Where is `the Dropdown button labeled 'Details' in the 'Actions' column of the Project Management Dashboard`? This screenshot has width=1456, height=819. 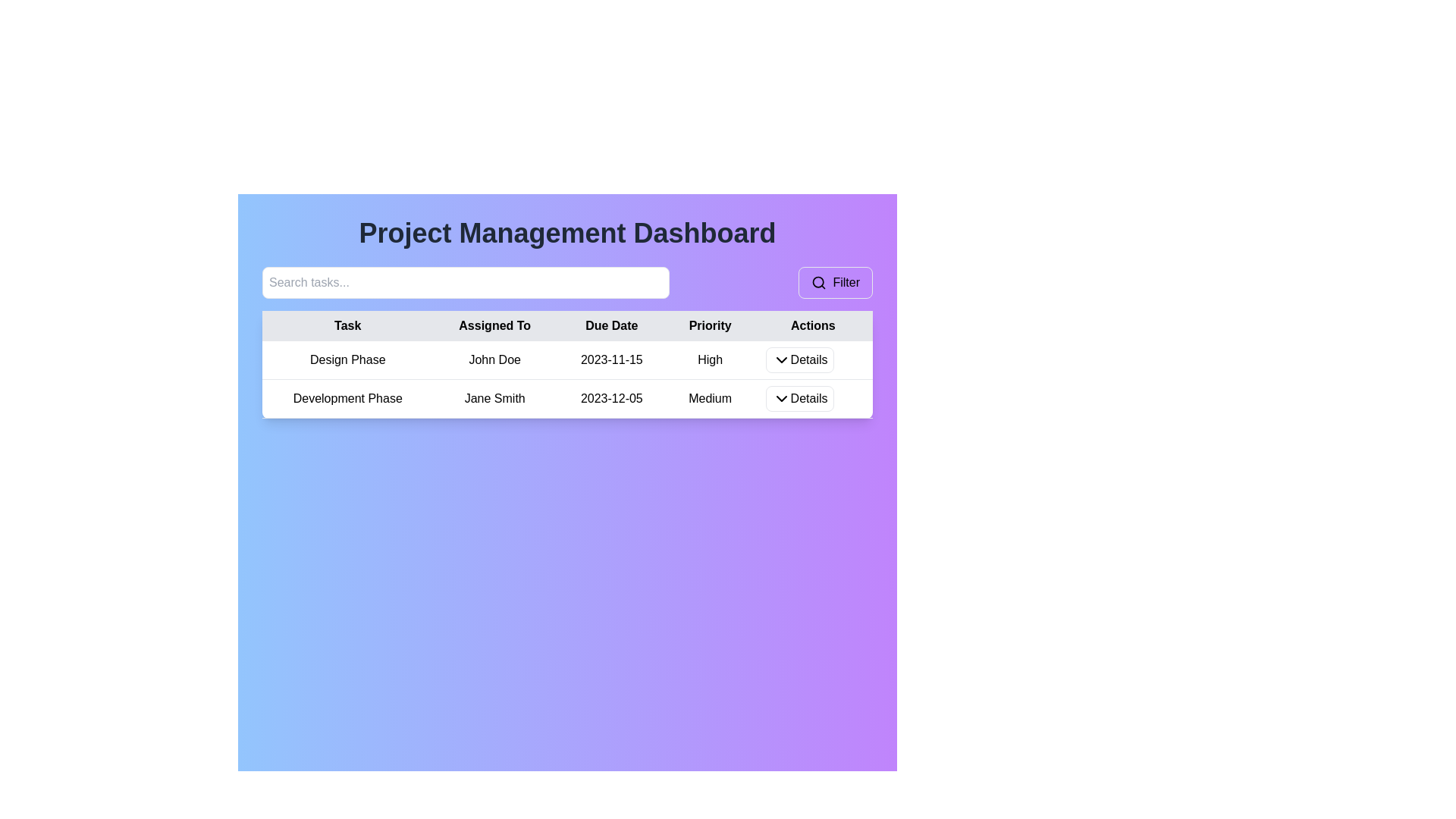
the Dropdown button labeled 'Details' in the 'Actions' column of the Project Management Dashboard is located at coordinates (812, 360).